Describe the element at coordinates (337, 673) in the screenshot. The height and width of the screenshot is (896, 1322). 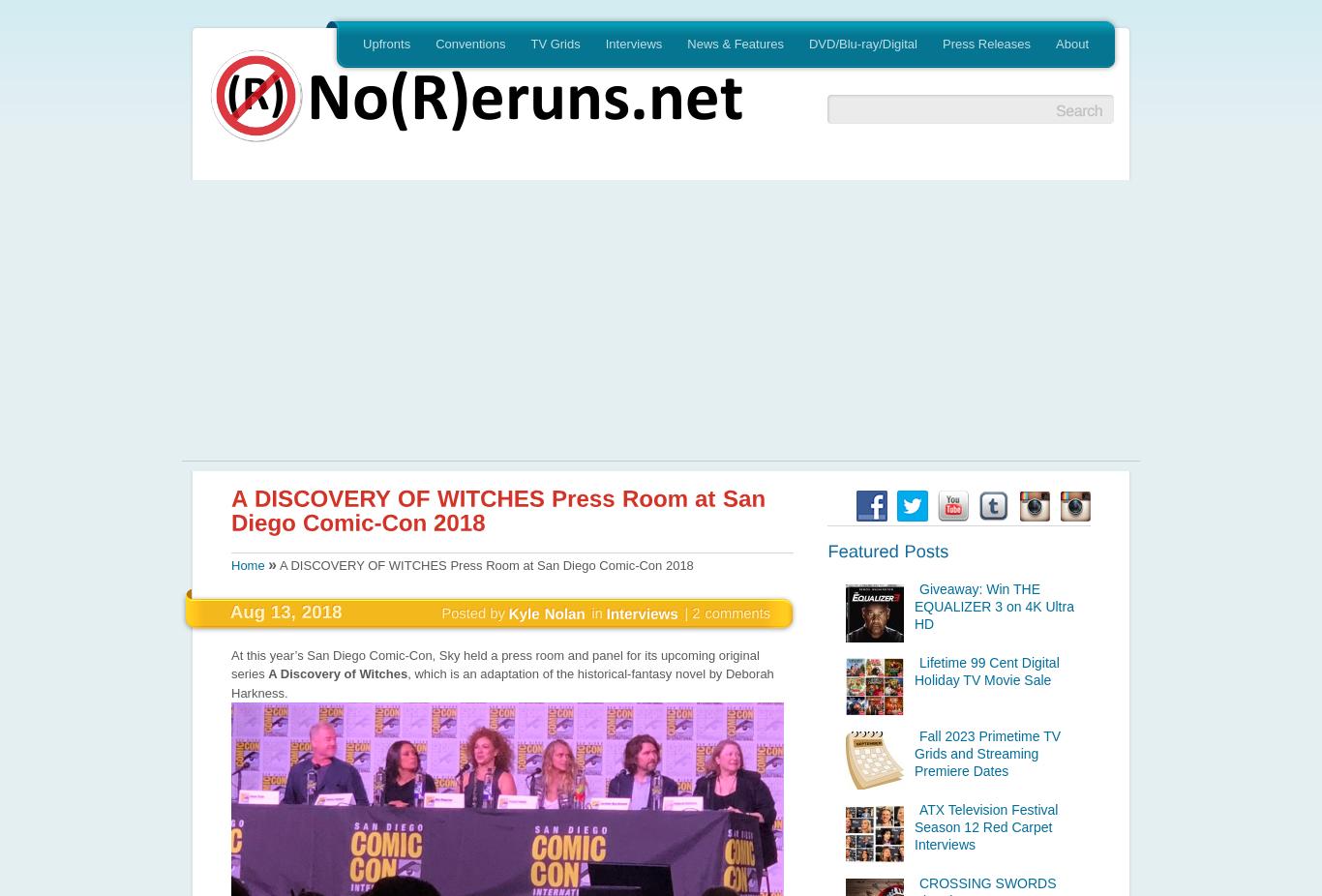
I see `'A Discovery of Witches'` at that location.